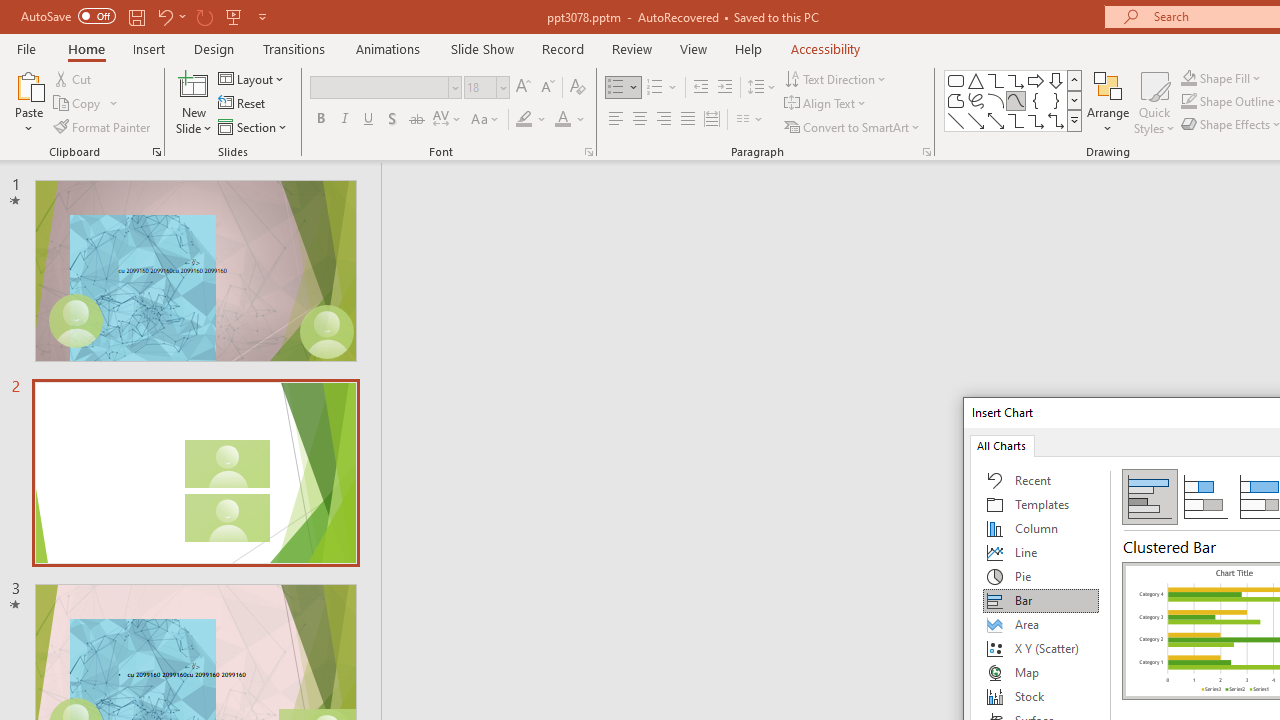 This screenshot has height=720, width=1280. Describe the element at coordinates (522, 86) in the screenshot. I see `'Increase Font Size'` at that location.